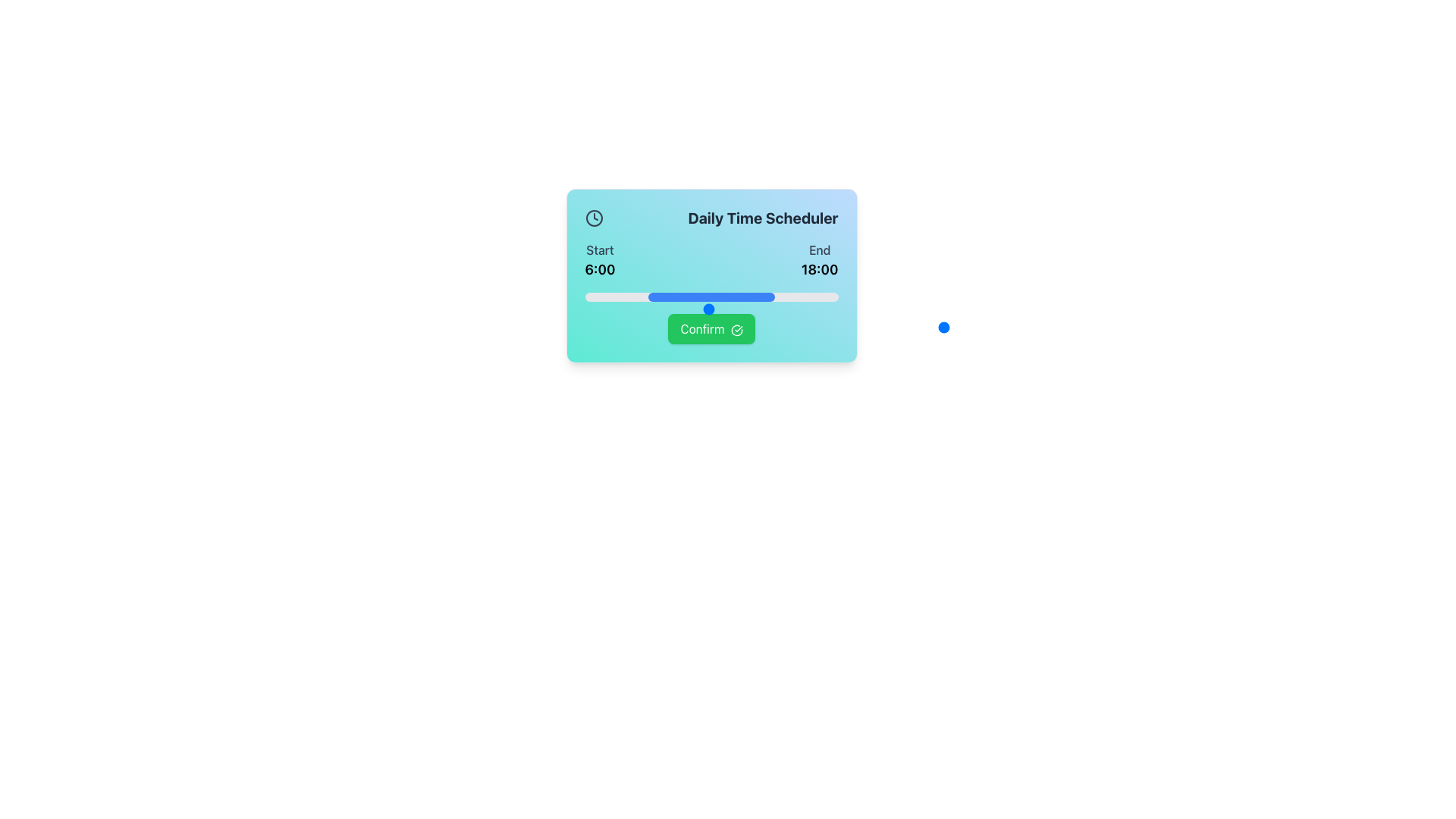  What do you see at coordinates (604, 327) in the screenshot?
I see `time` at bounding box center [604, 327].